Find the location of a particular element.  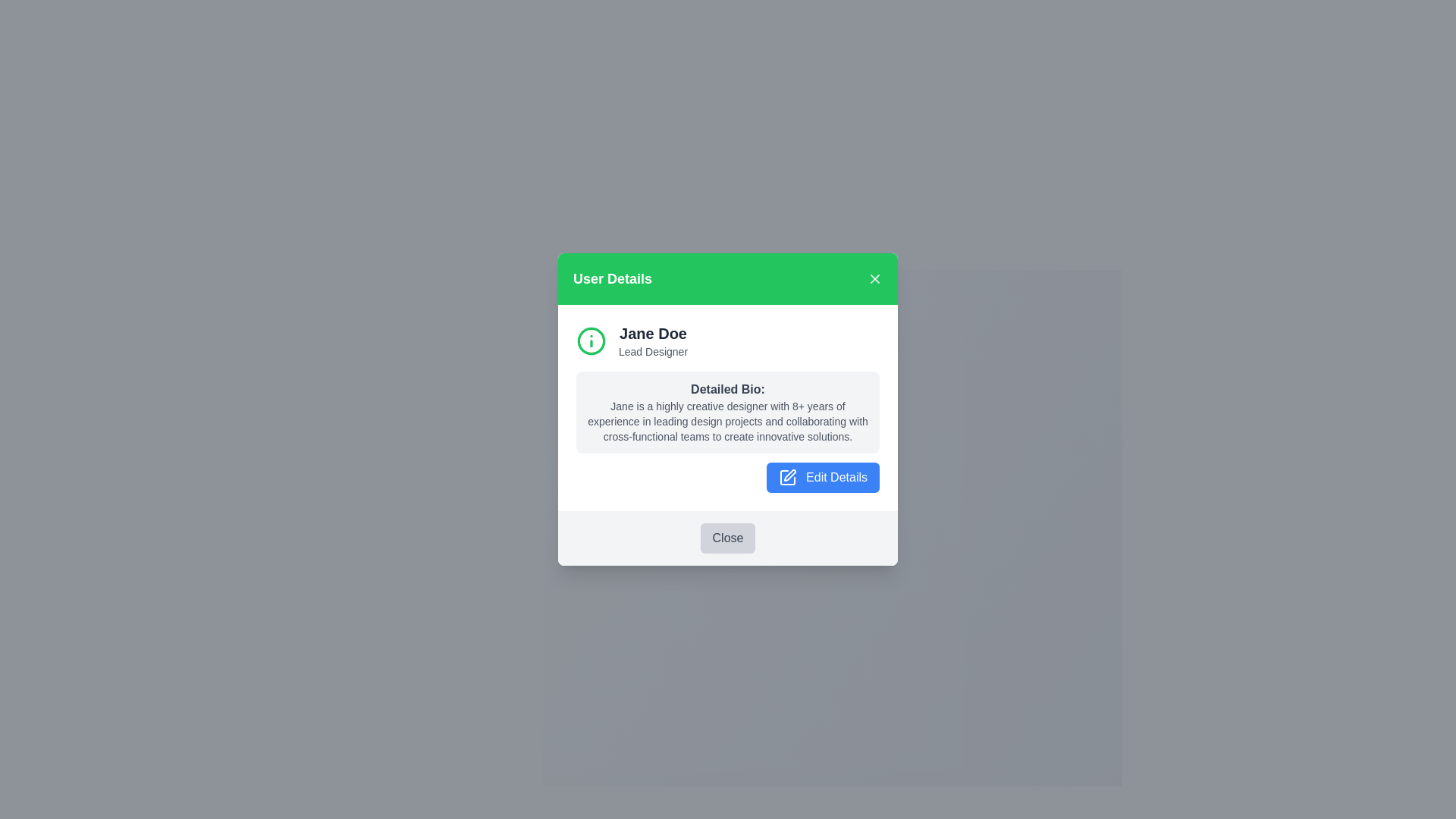

the 'Edit Details' button with a blue background and rounded corners located in the 'User Details' dialog box is located at coordinates (822, 476).